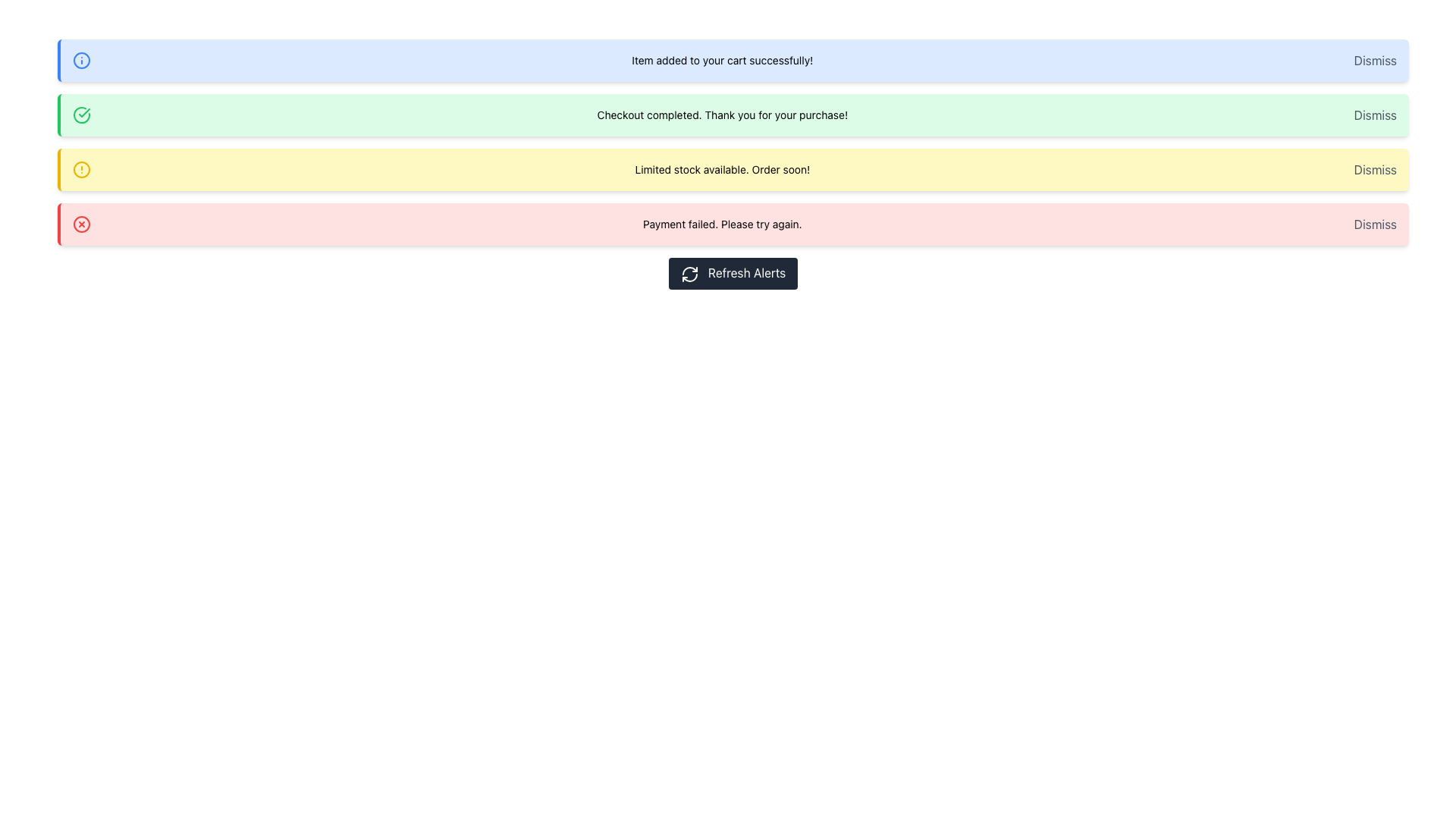 The image size is (1456, 819). Describe the element at coordinates (733, 169) in the screenshot. I see `the yellow notification banner that says 'Limited stock available. Order soon!'` at that location.